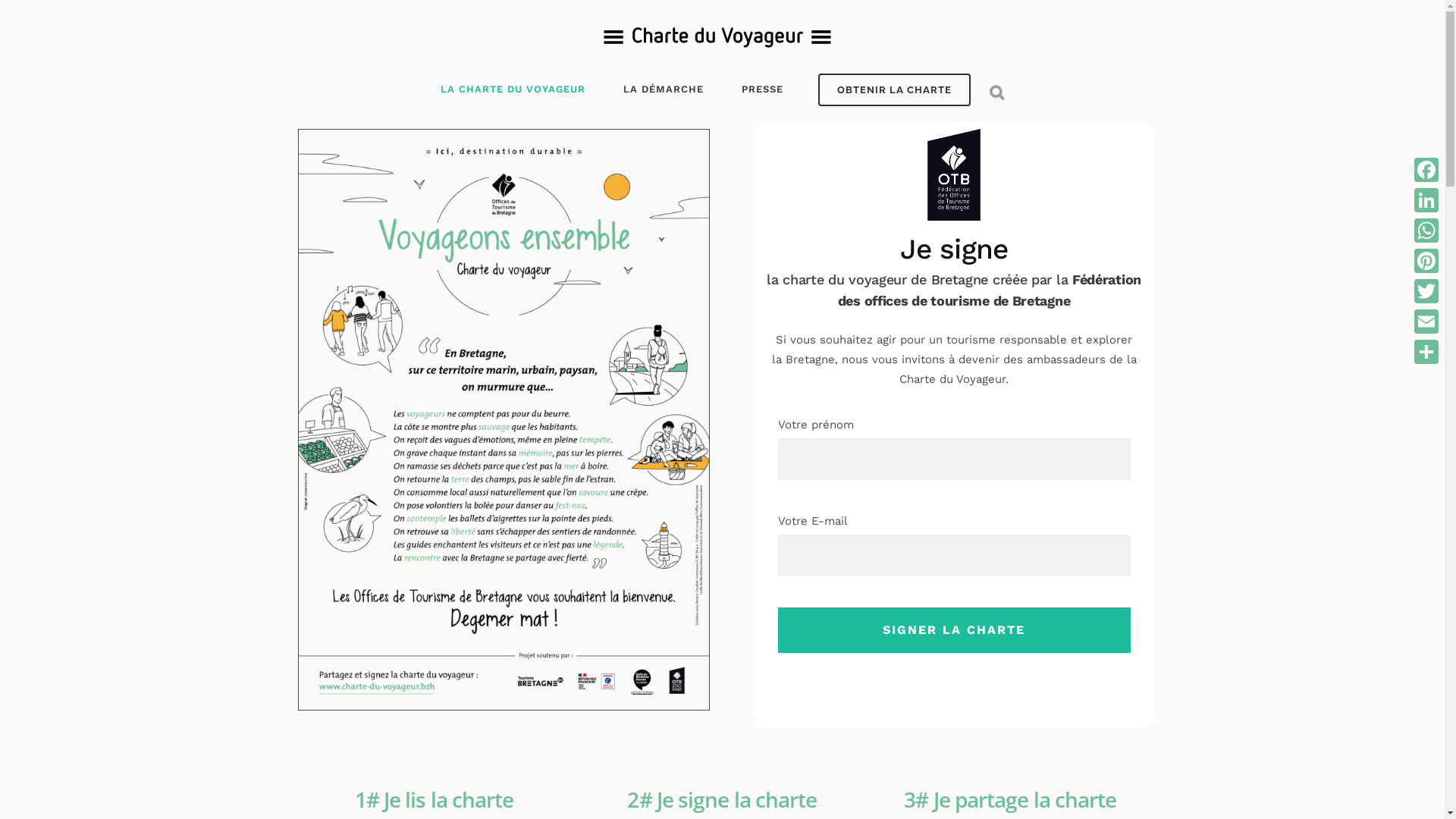  What do you see at coordinates (521, 89) in the screenshot?
I see `'LA CHARTE DU VOYAGEUR'` at bounding box center [521, 89].